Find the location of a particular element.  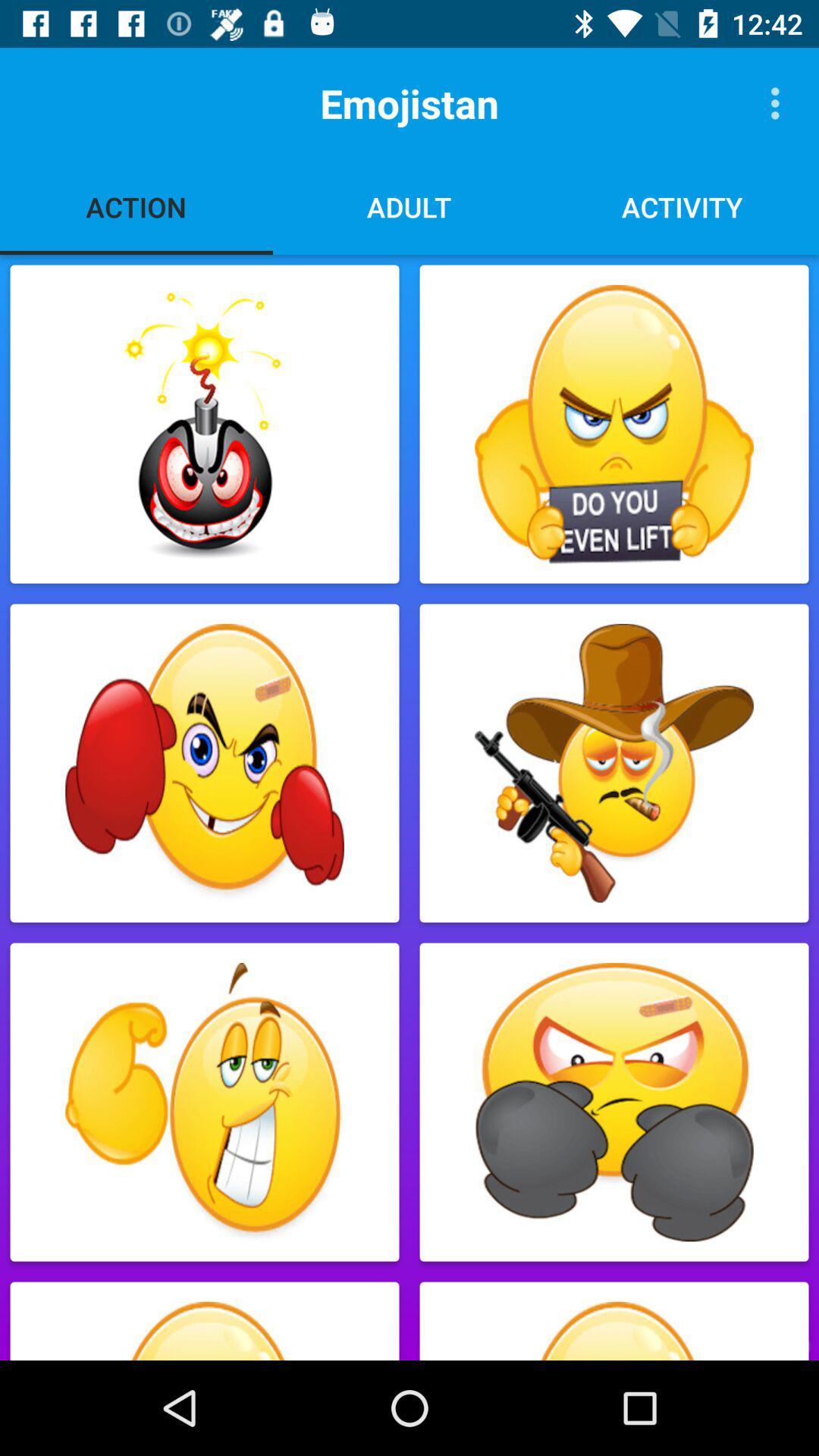

the item next to the emojistan icon is located at coordinates (779, 102).